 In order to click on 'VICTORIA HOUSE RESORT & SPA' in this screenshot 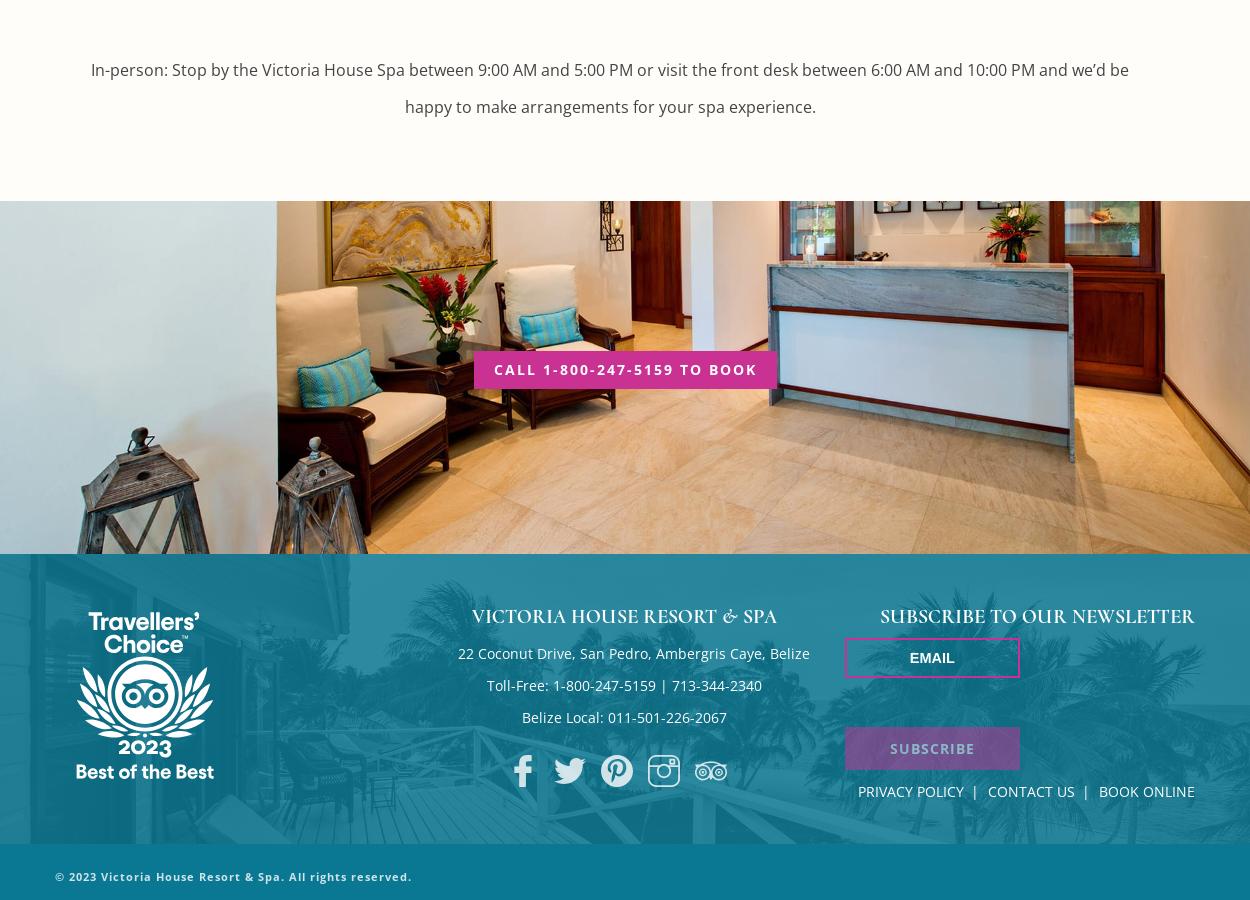, I will do `click(623, 617)`.